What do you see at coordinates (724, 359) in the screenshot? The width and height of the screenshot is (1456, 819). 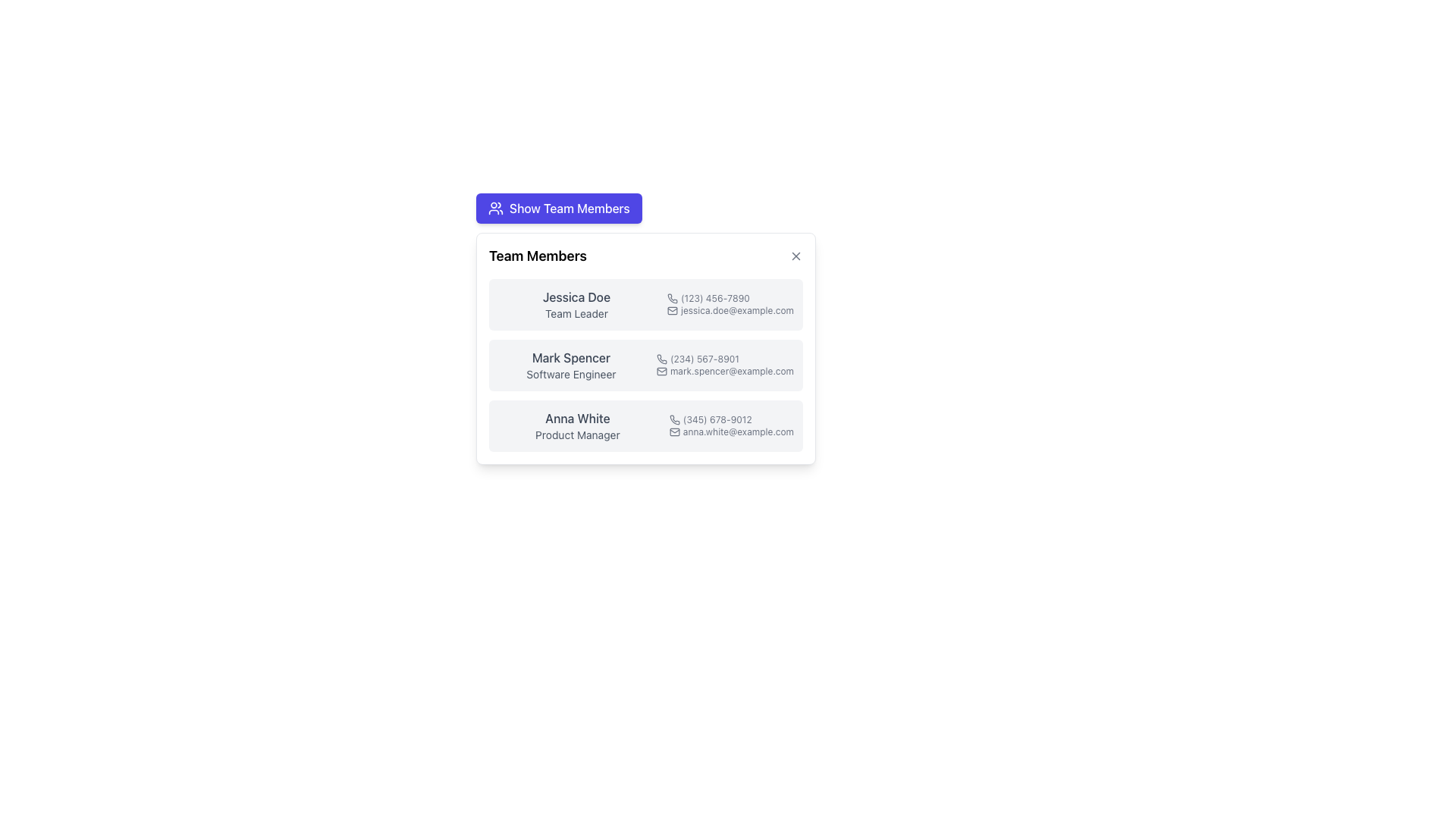 I see `the text element displaying the phone number of Mark Spencer, located in the second row of the team members' contact details list` at bounding box center [724, 359].